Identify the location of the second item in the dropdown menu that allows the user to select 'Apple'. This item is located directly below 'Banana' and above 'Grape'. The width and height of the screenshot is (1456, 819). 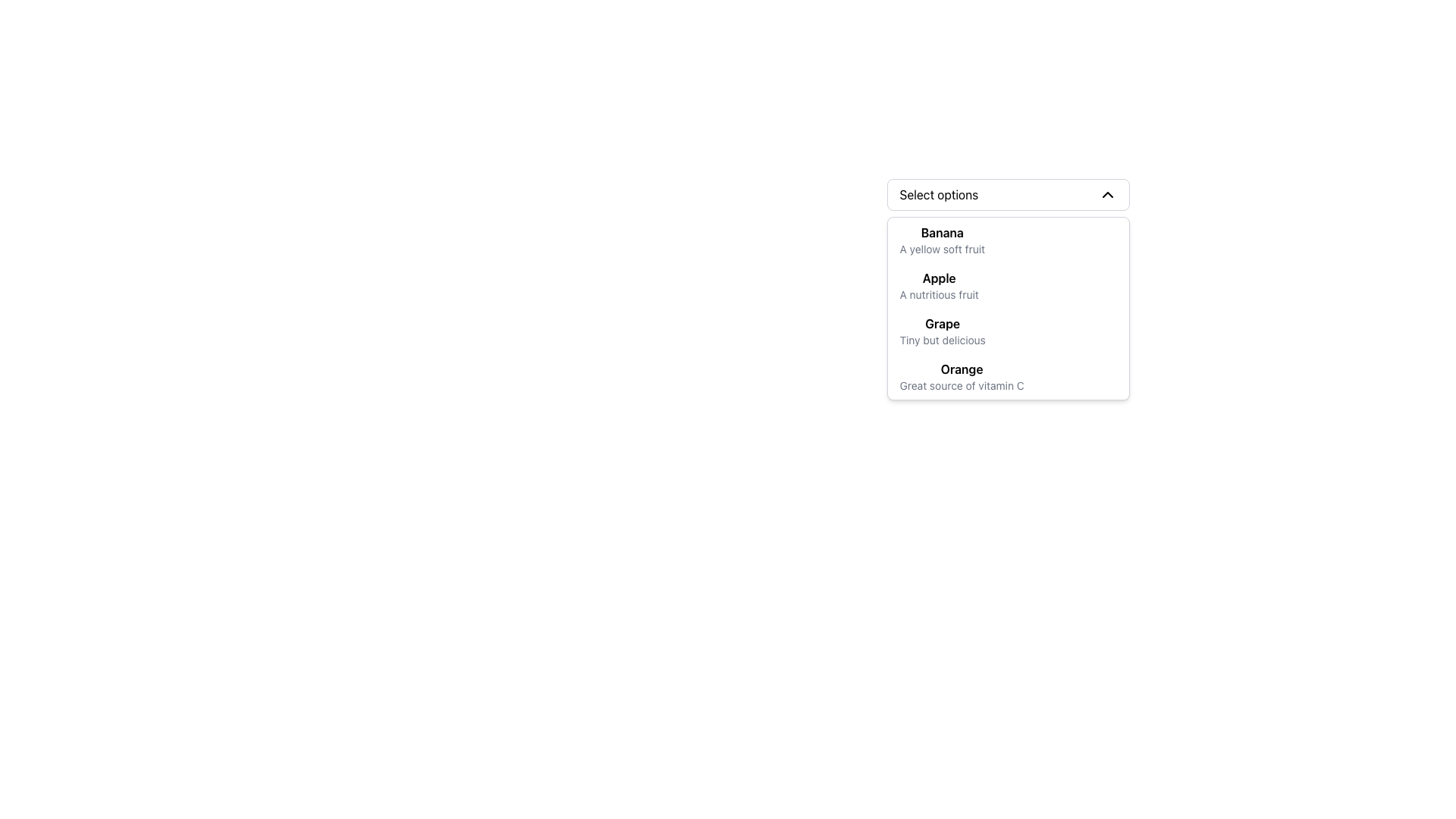
(1008, 286).